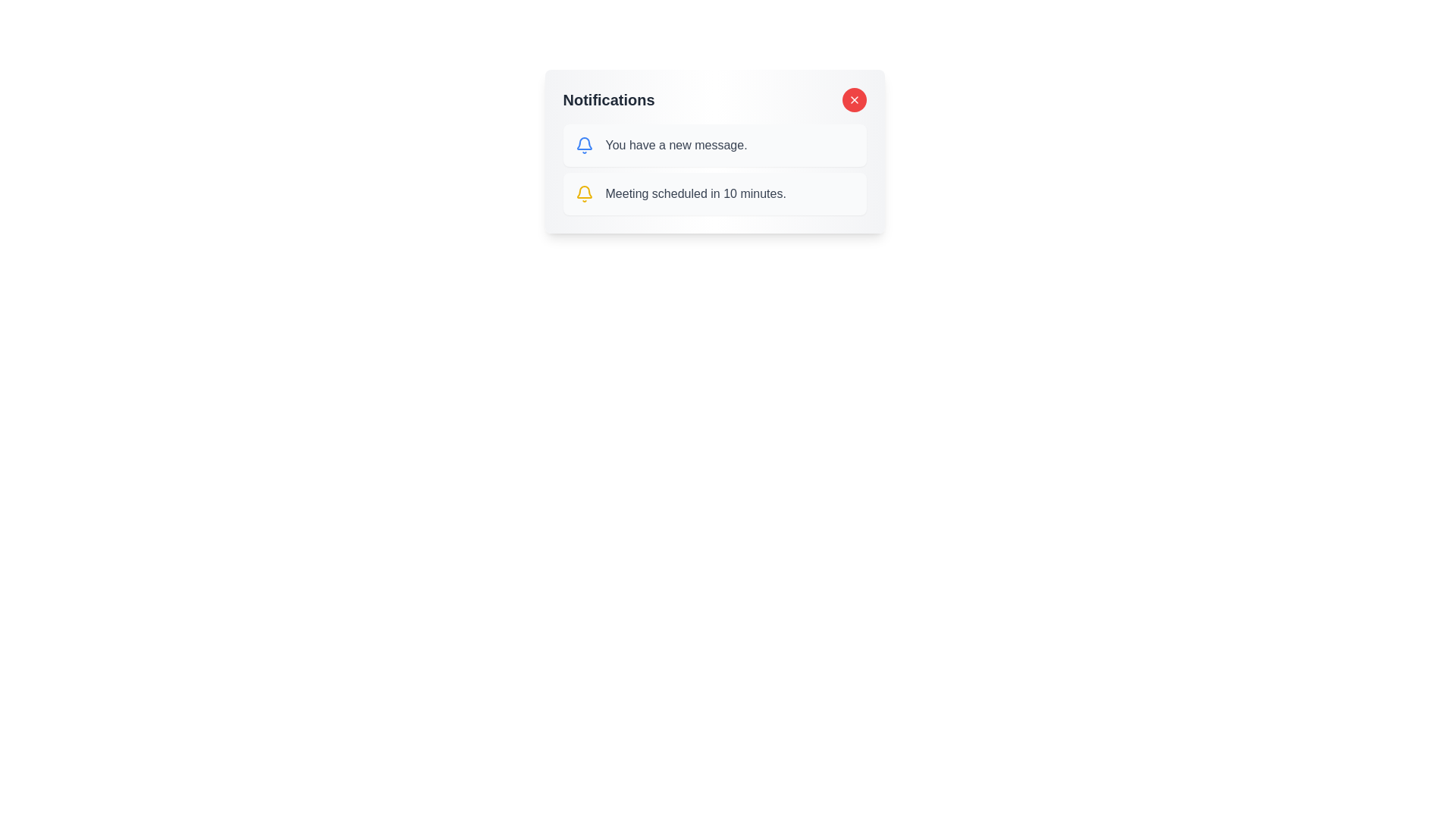 The height and width of the screenshot is (819, 1456). I want to click on the red circular button with a white cross icon located at the top-right corner of the notification card, so click(854, 99).